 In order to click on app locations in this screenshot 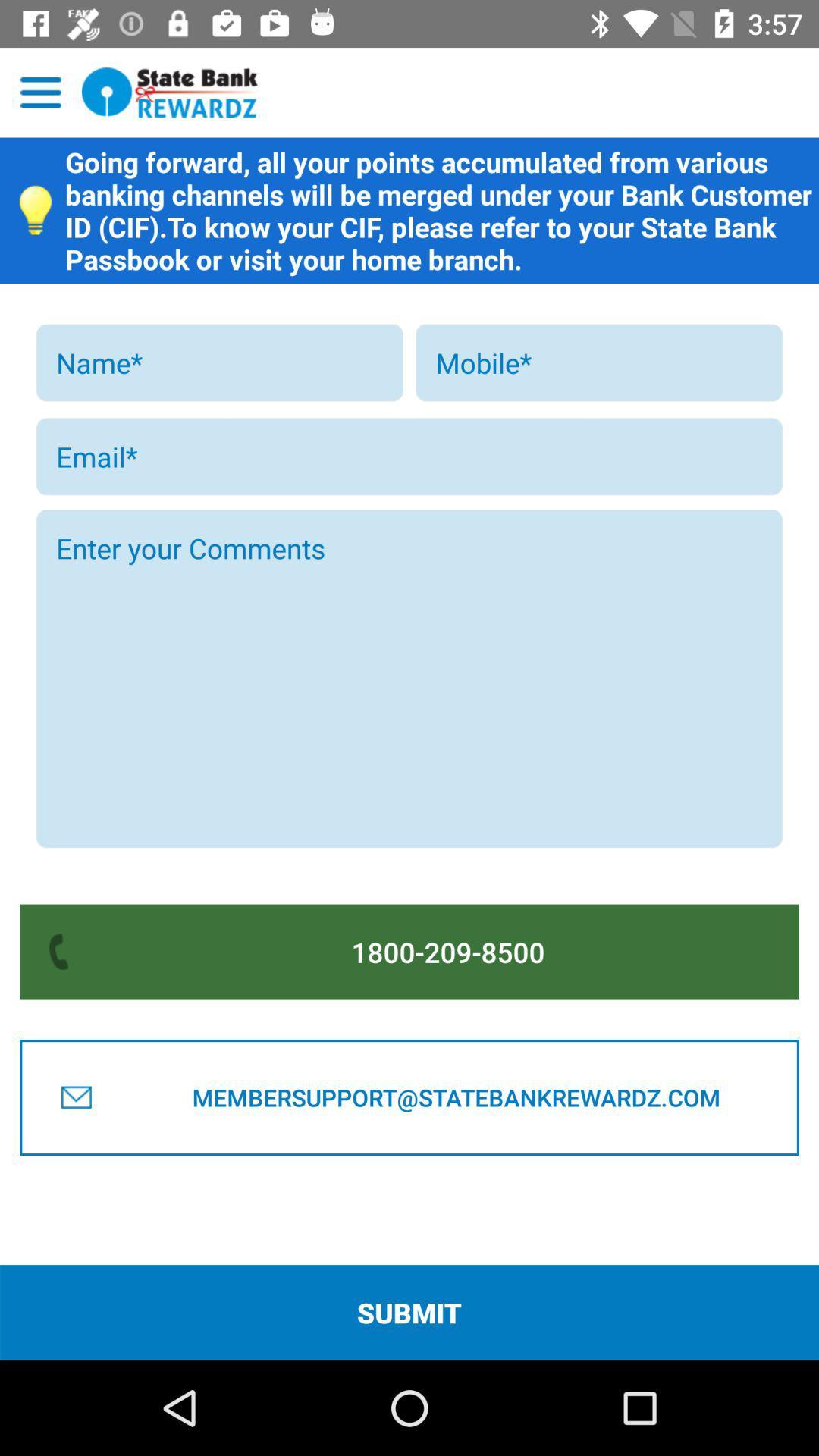, I will do `click(40, 92)`.